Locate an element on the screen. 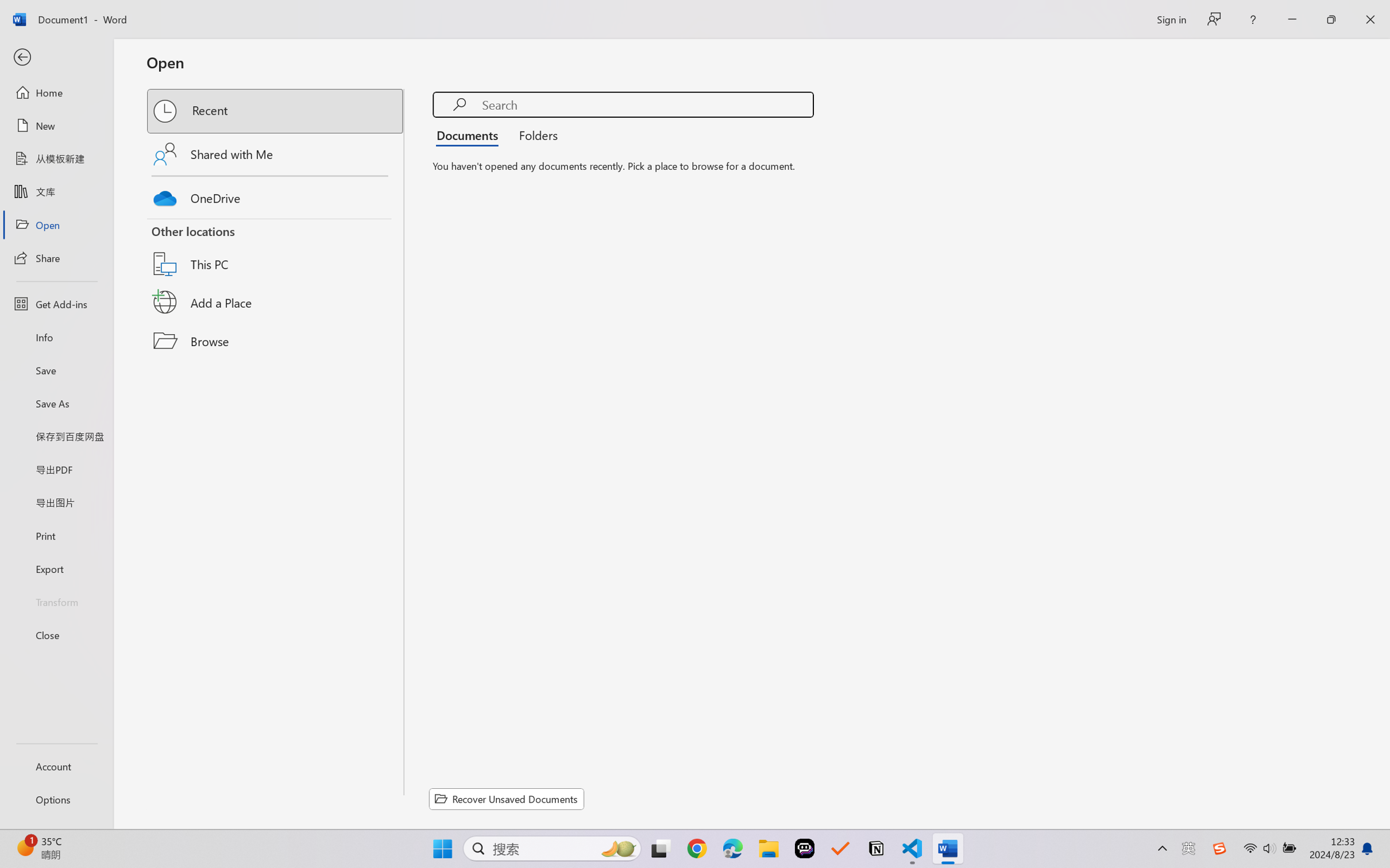  'OneDrive' is located at coordinates (276, 195).